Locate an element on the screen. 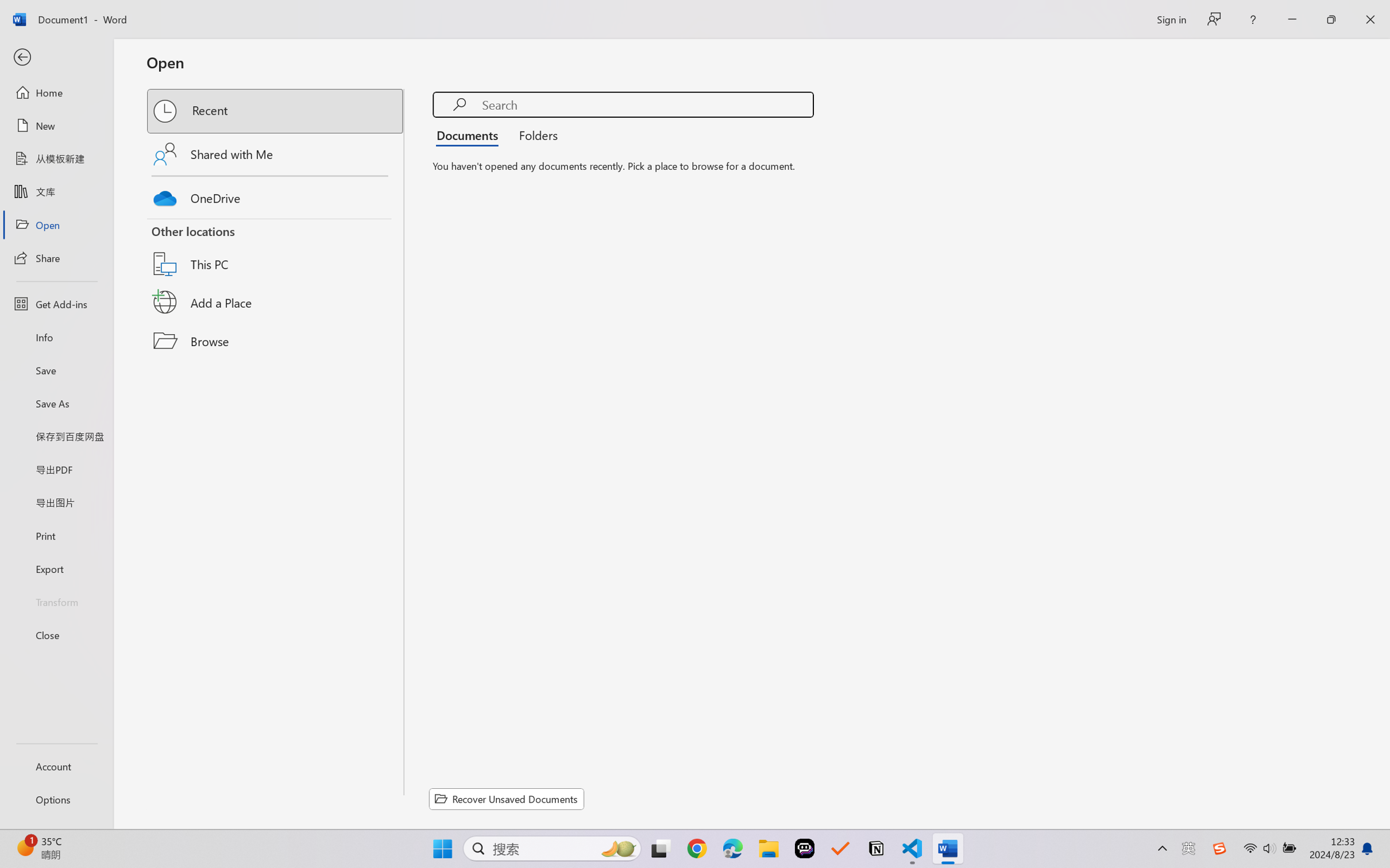  'OneDrive' is located at coordinates (276, 195).